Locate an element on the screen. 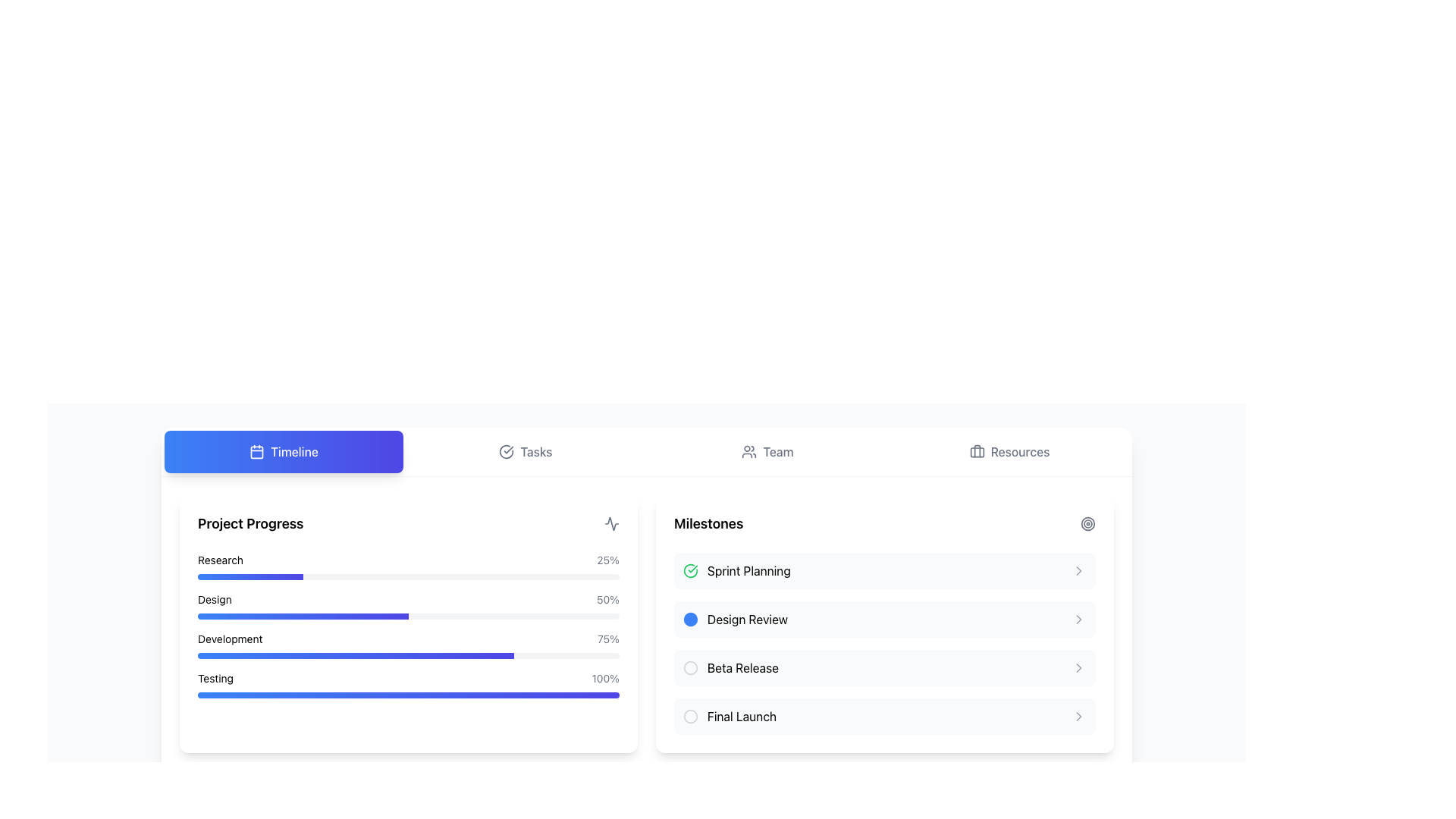  the 'Design Review' list item with a blue circular icon, which is the second item in the Milestones section is located at coordinates (735, 620).